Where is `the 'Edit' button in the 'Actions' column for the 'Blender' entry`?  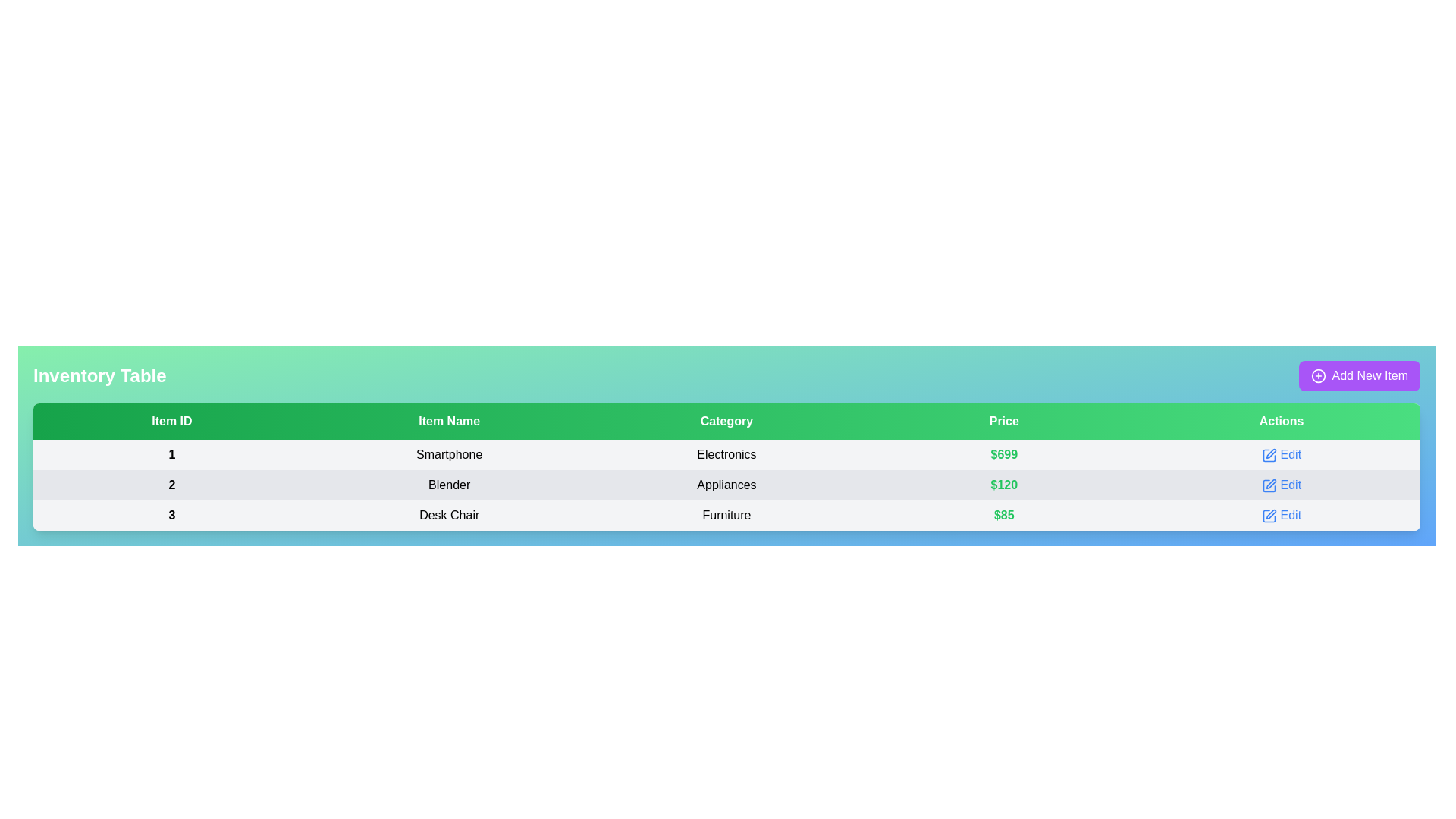 the 'Edit' button in the 'Actions' column for the 'Blender' entry is located at coordinates (1280, 485).